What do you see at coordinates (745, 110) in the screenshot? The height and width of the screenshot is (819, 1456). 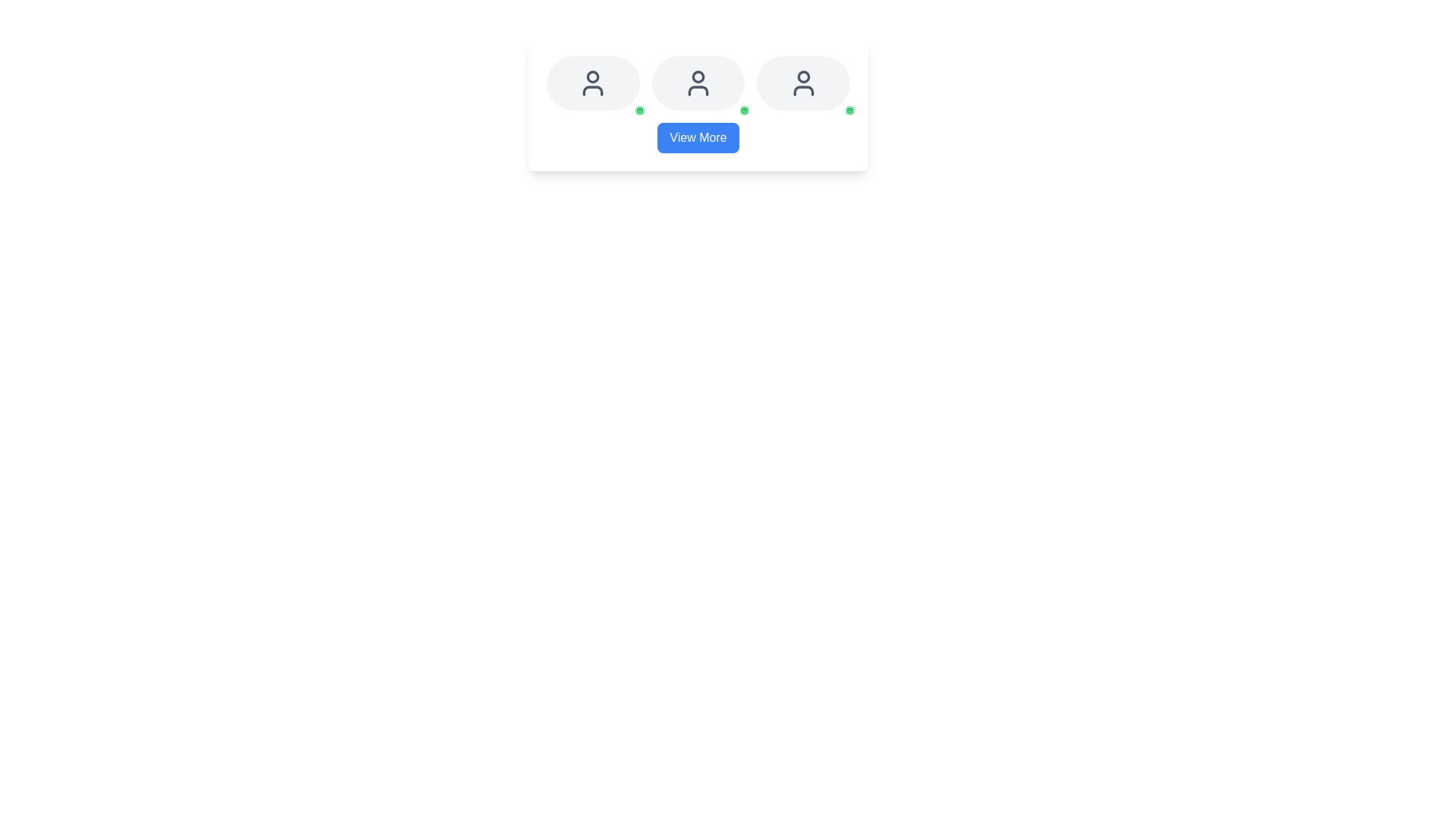 I see `the SVG graphic element that indicates a positive state, located at the bottom-right corner of a circular green area within the user profile icons in the main card section` at bounding box center [745, 110].